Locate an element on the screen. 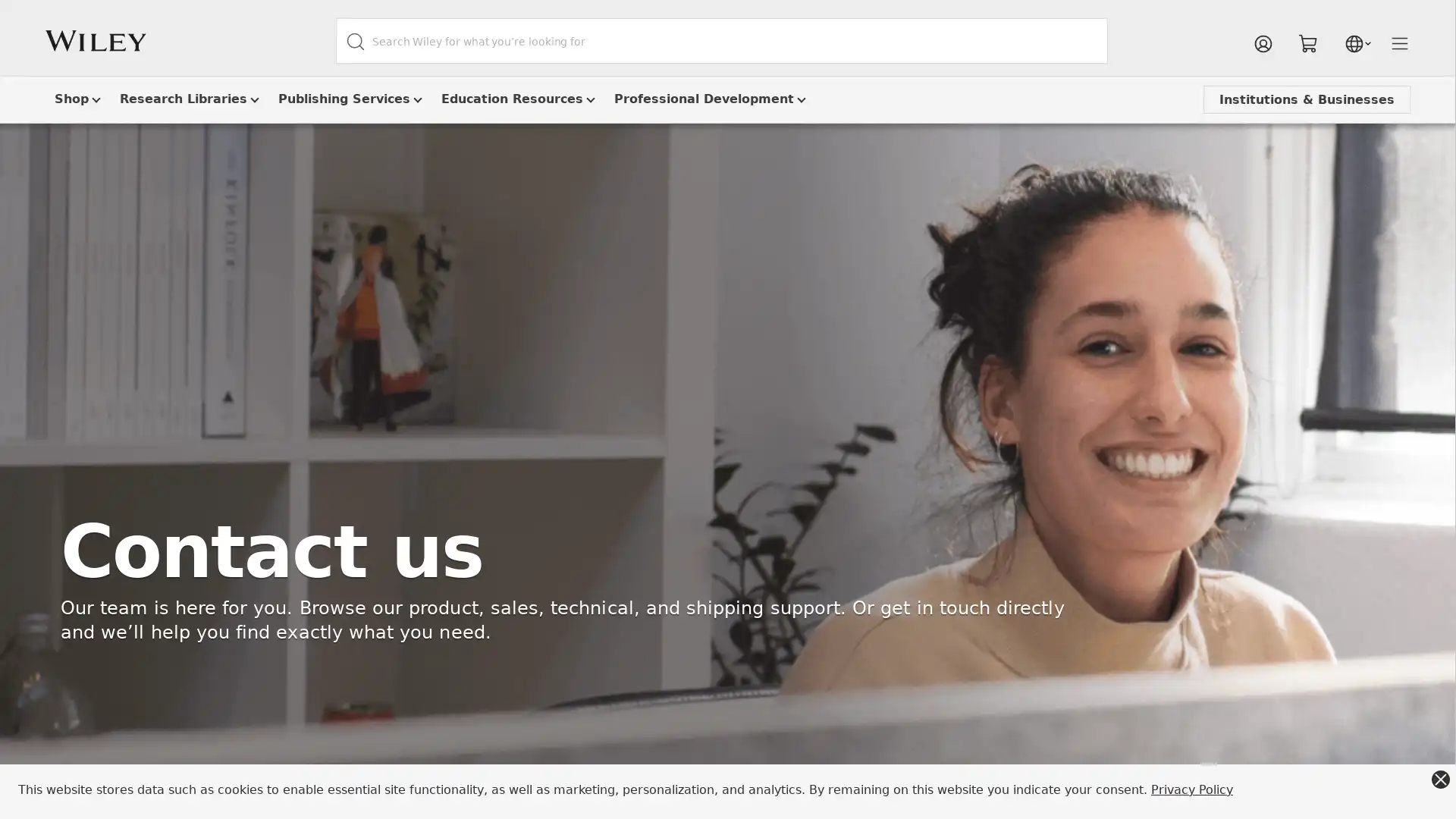 The image size is (1456, 819). Education Resources is located at coordinates (516, 99).